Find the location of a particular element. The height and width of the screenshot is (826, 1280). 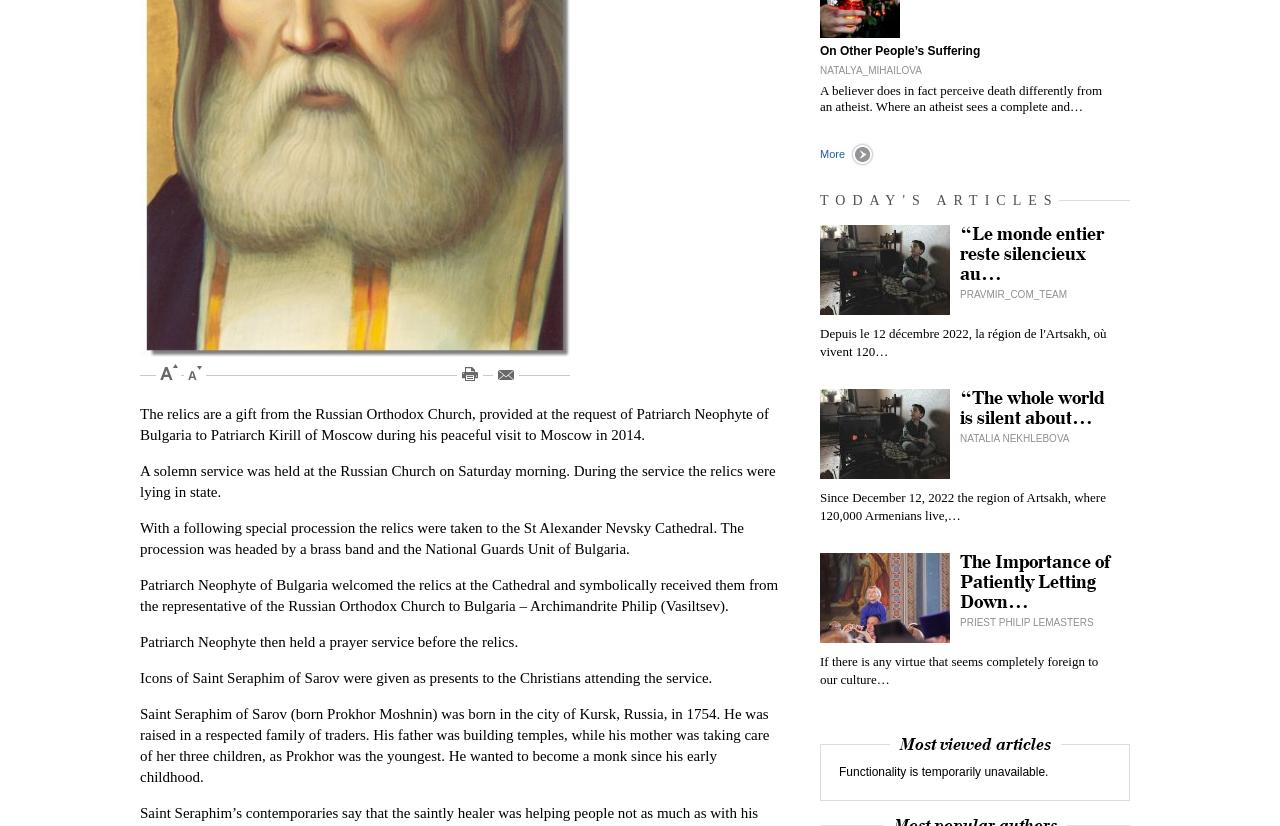

'natalya_mihailova' is located at coordinates (819, 70).